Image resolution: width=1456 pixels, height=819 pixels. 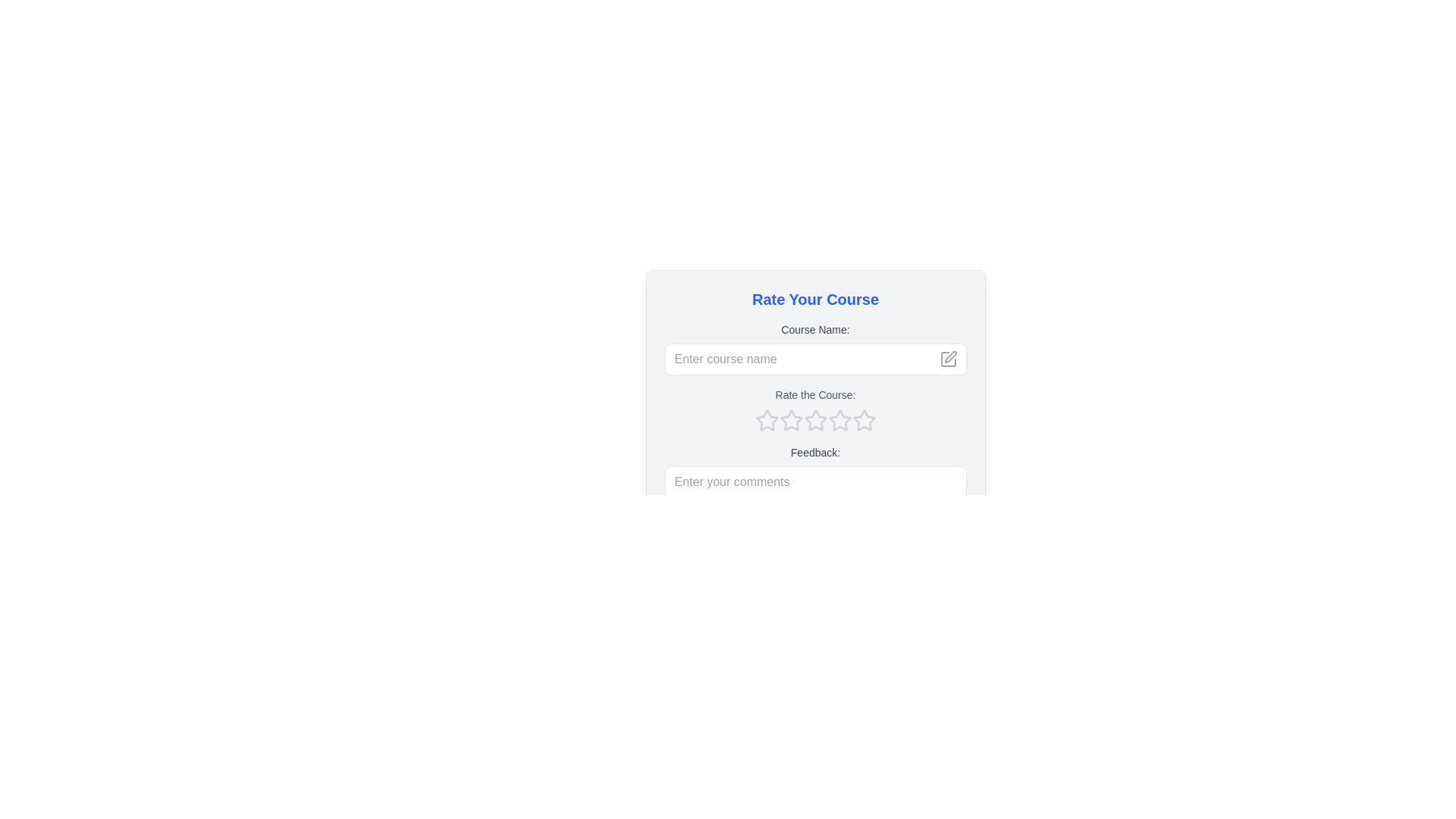 What do you see at coordinates (814, 394) in the screenshot?
I see `the instructional label guiding the user to rate the course, located in the upper-middle section of the 'Rate Your Course' panel, directly below the 'Course Name:' label` at bounding box center [814, 394].